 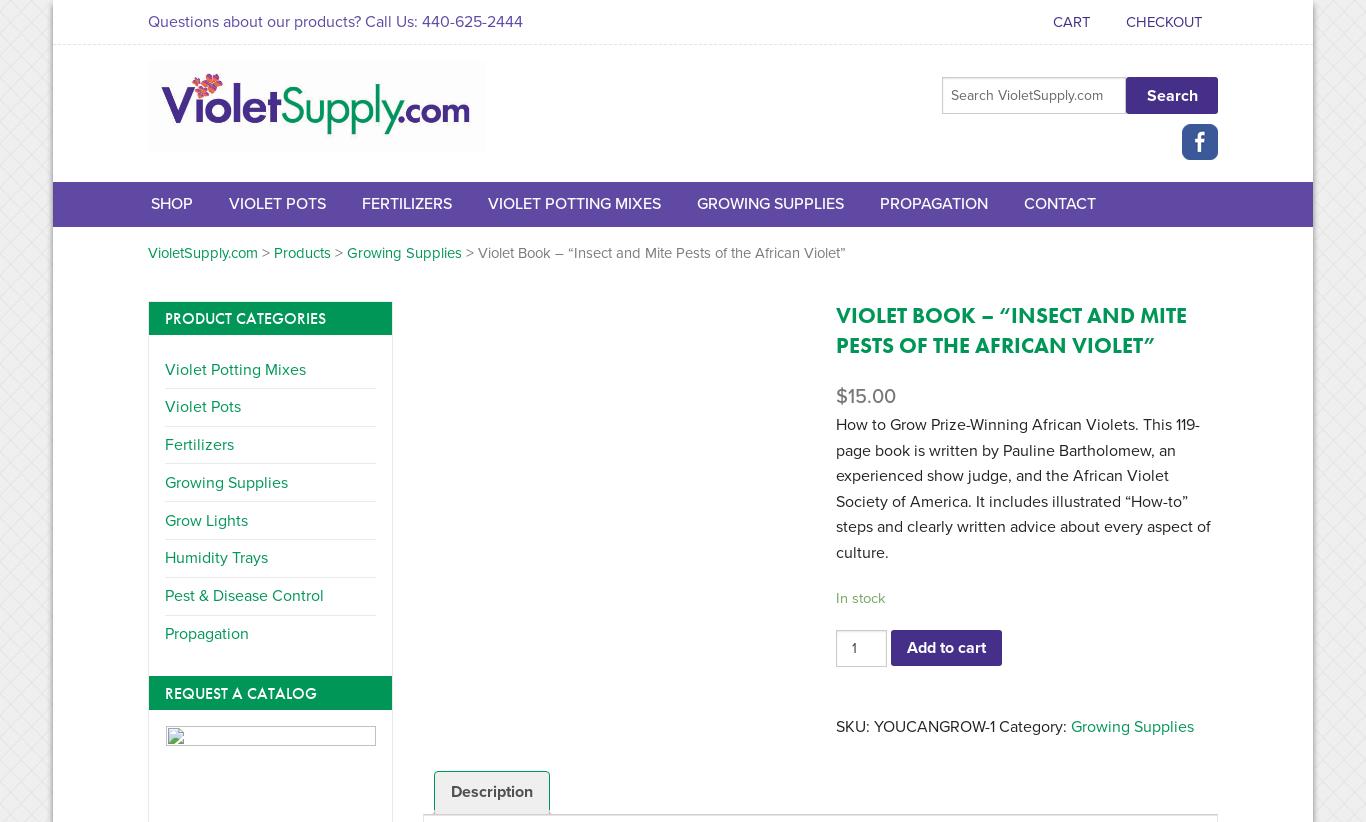 What do you see at coordinates (164, 317) in the screenshot?
I see `'Product Categories'` at bounding box center [164, 317].